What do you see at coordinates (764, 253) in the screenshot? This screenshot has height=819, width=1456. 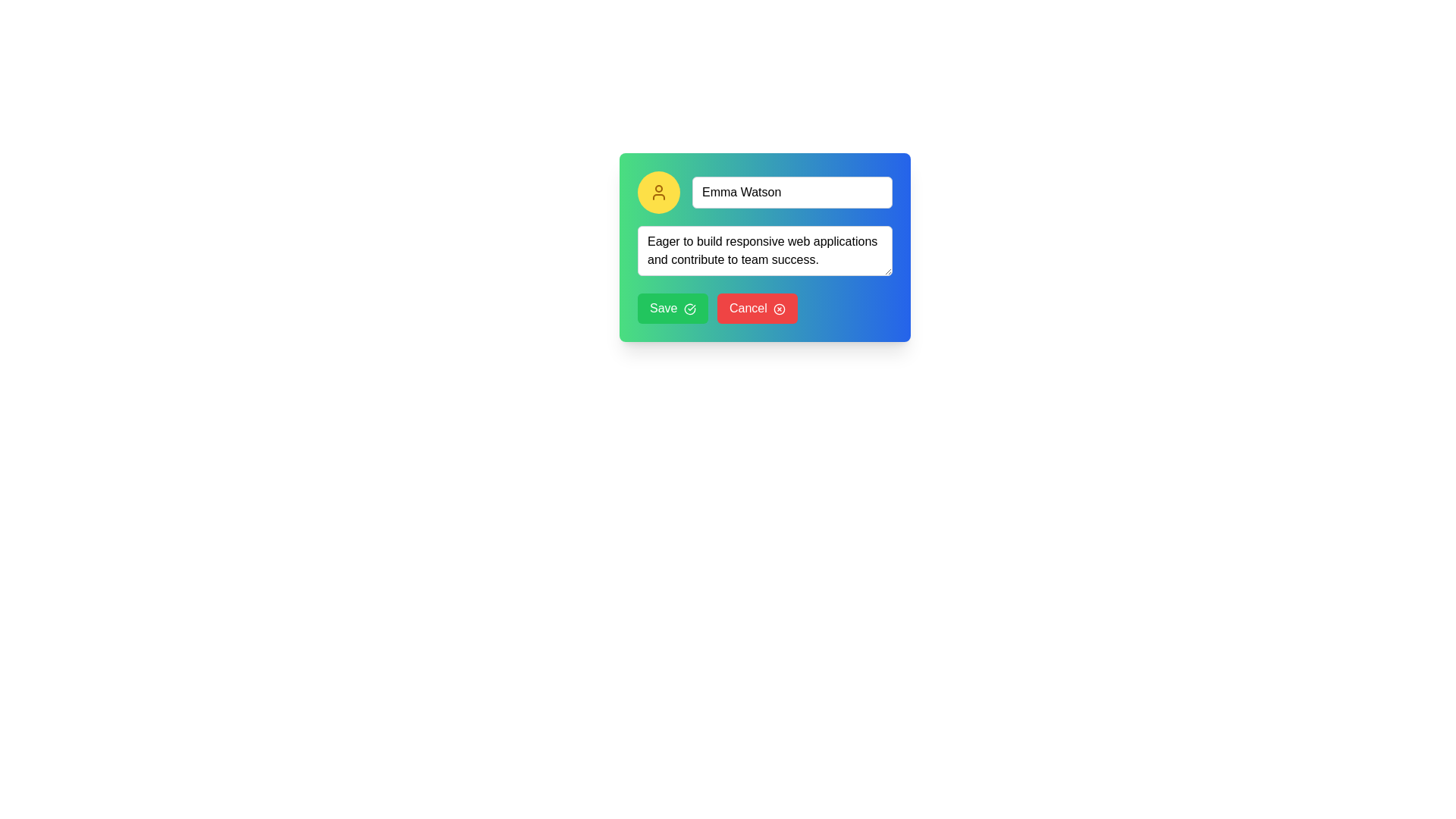 I see `the multiline text input field styled with a white background and gray border that contains pre-filled text about building responsive web applications` at bounding box center [764, 253].